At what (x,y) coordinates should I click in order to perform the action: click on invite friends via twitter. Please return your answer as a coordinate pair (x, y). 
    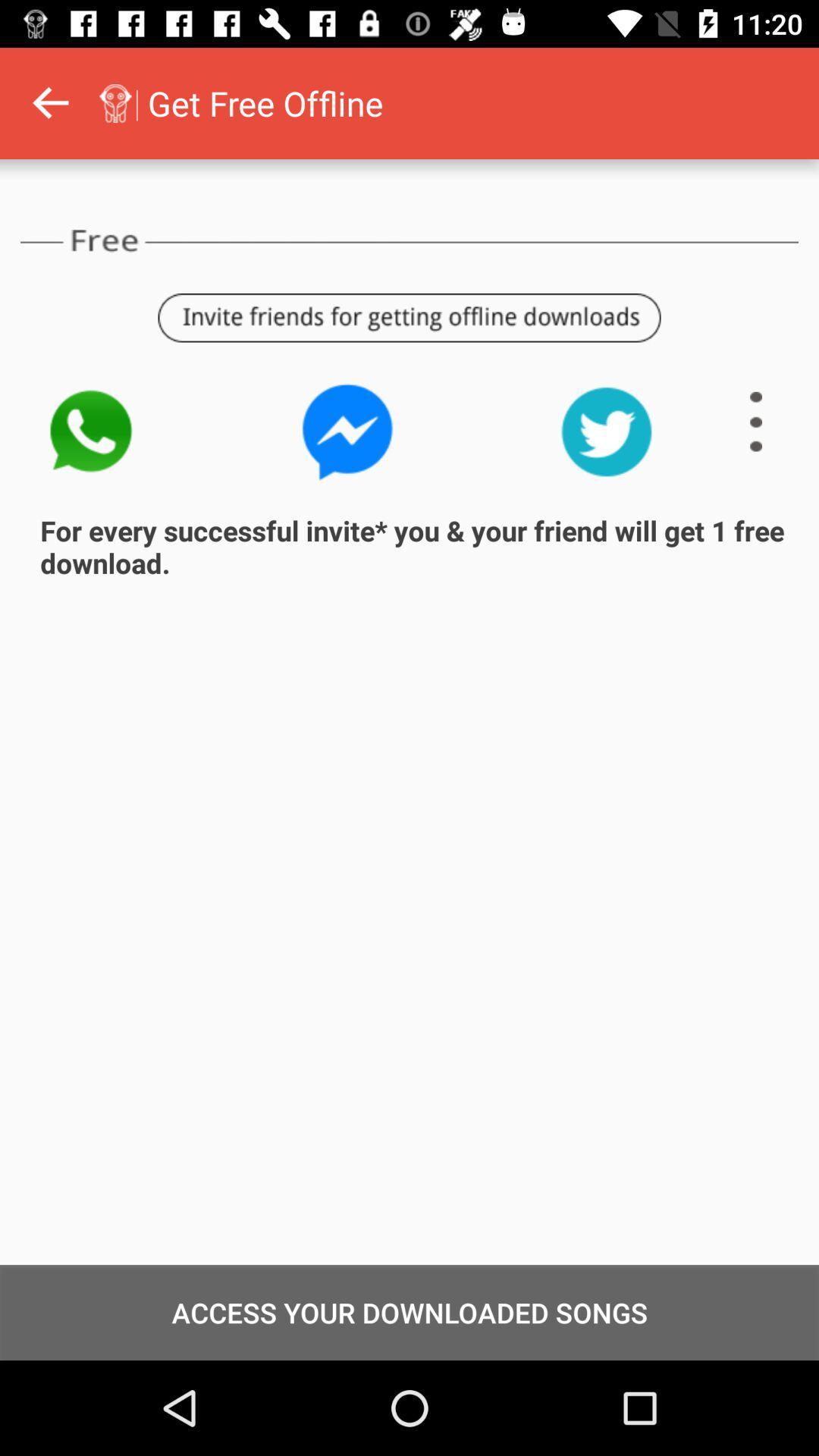
    Looking at the image, I should click on (606, 431).